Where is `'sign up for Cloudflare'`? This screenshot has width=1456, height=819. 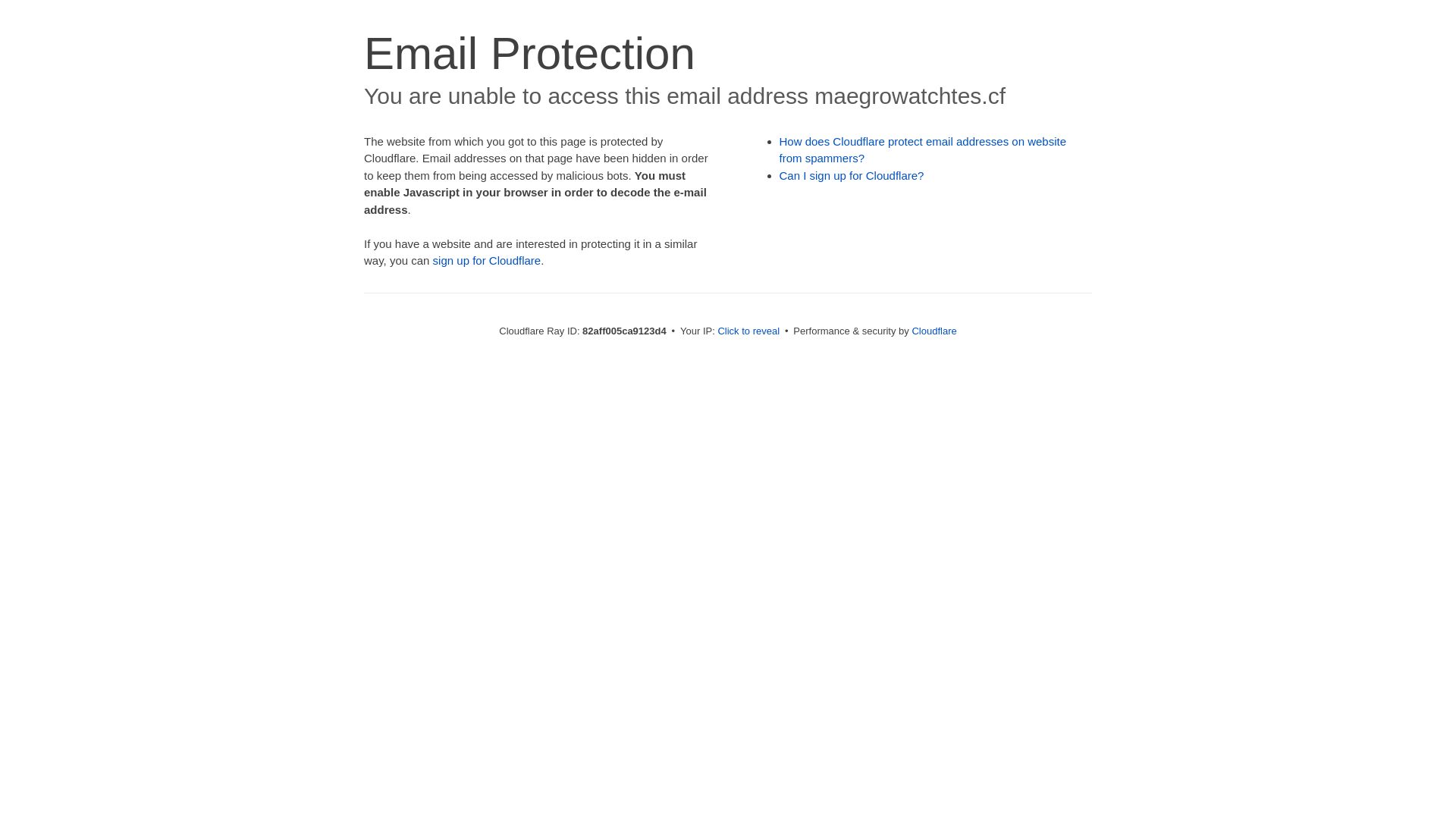 'sign up for Cloudflare' is located at coordinates (487, 259).